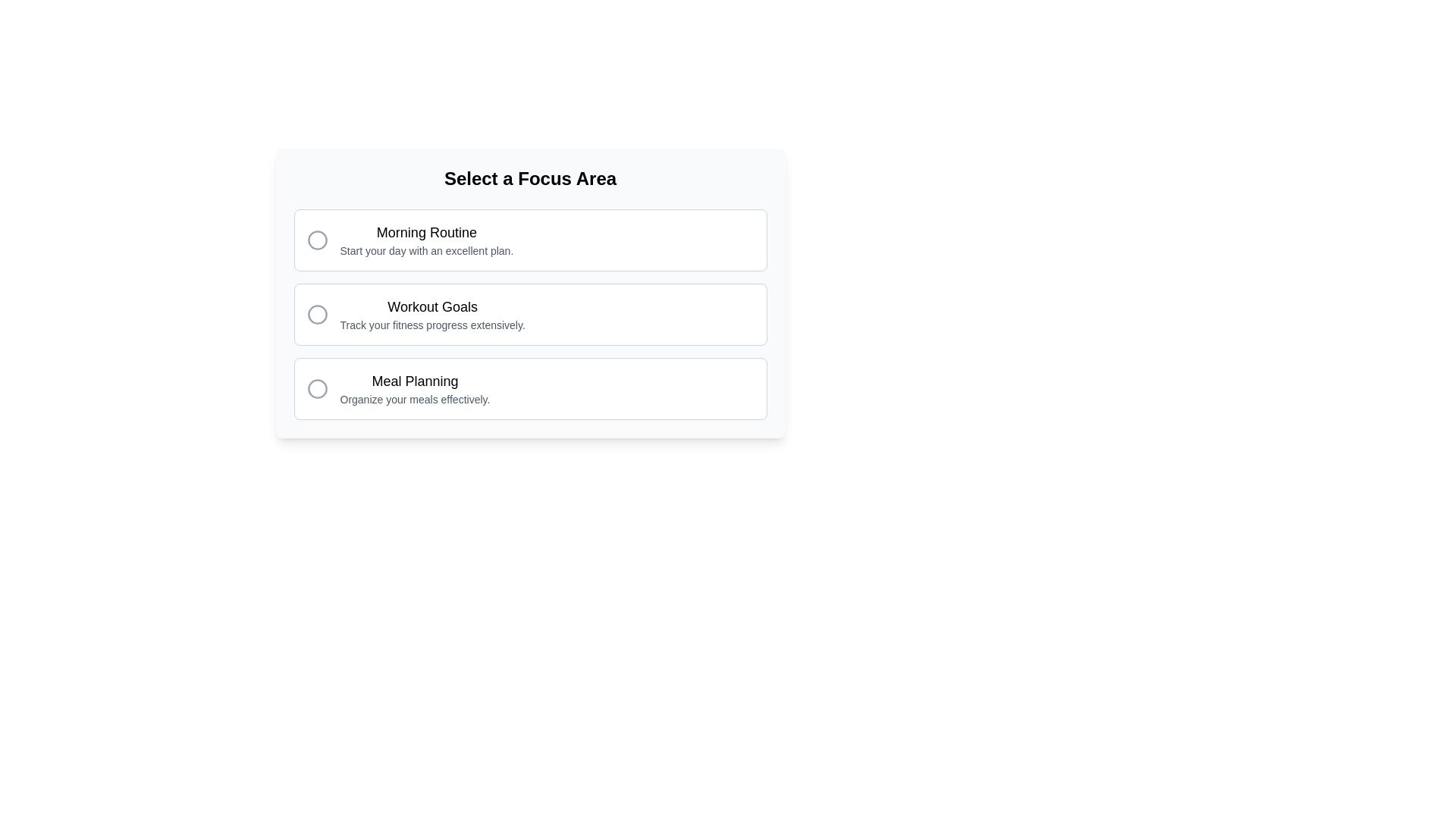 Image resolution: width=1456 pixels, height=819 pixels. Describe the element at coordinates (316, 314) in the screenshot. I see `the Circular radio button for the 'Workout Goals' option to provide visual feedback` at that location.